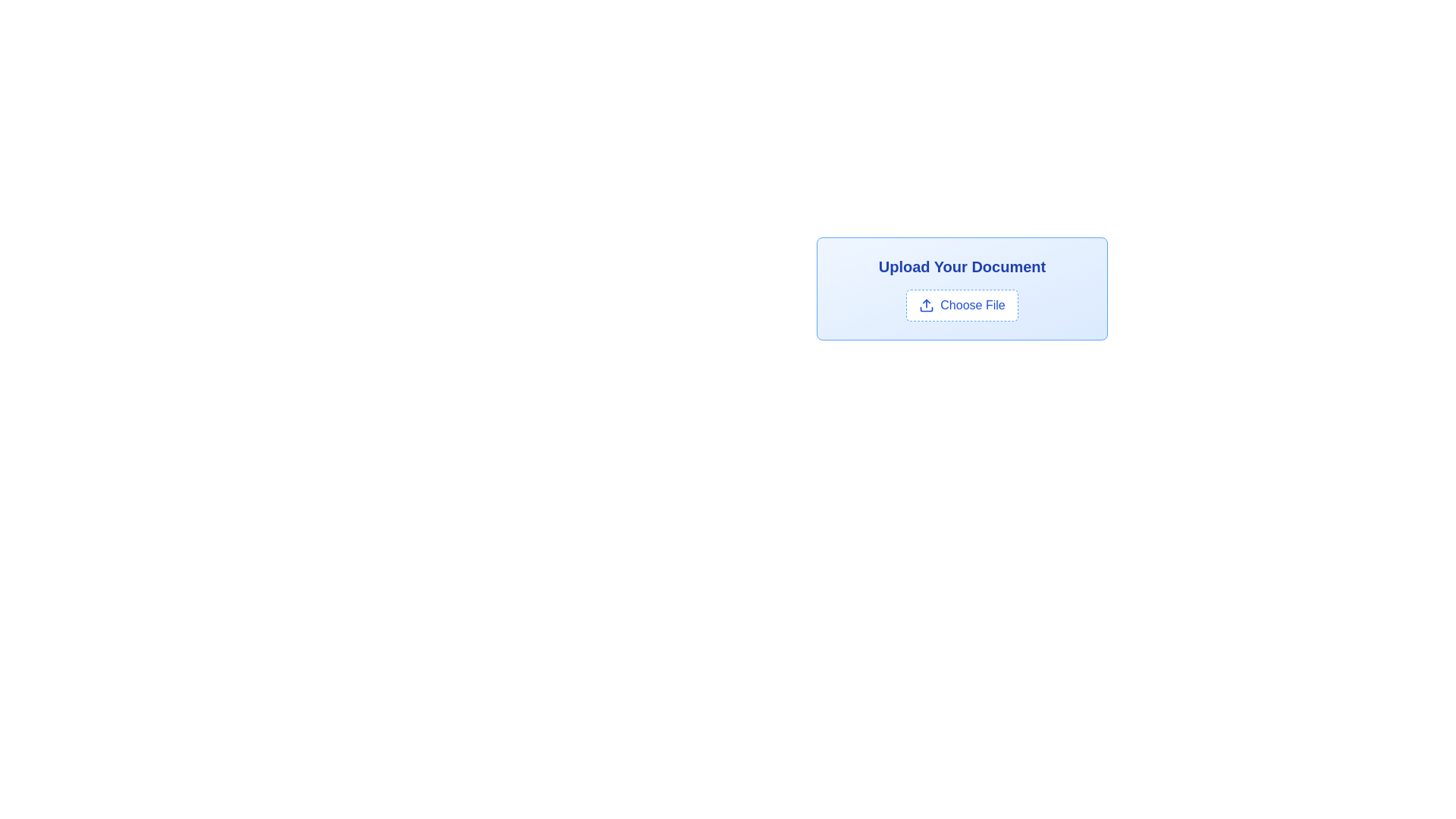  I want to click on the upload icon, which features an upward arrow above a horizontal line, located to the left of the 'Choose File' button, so click(926, 305).